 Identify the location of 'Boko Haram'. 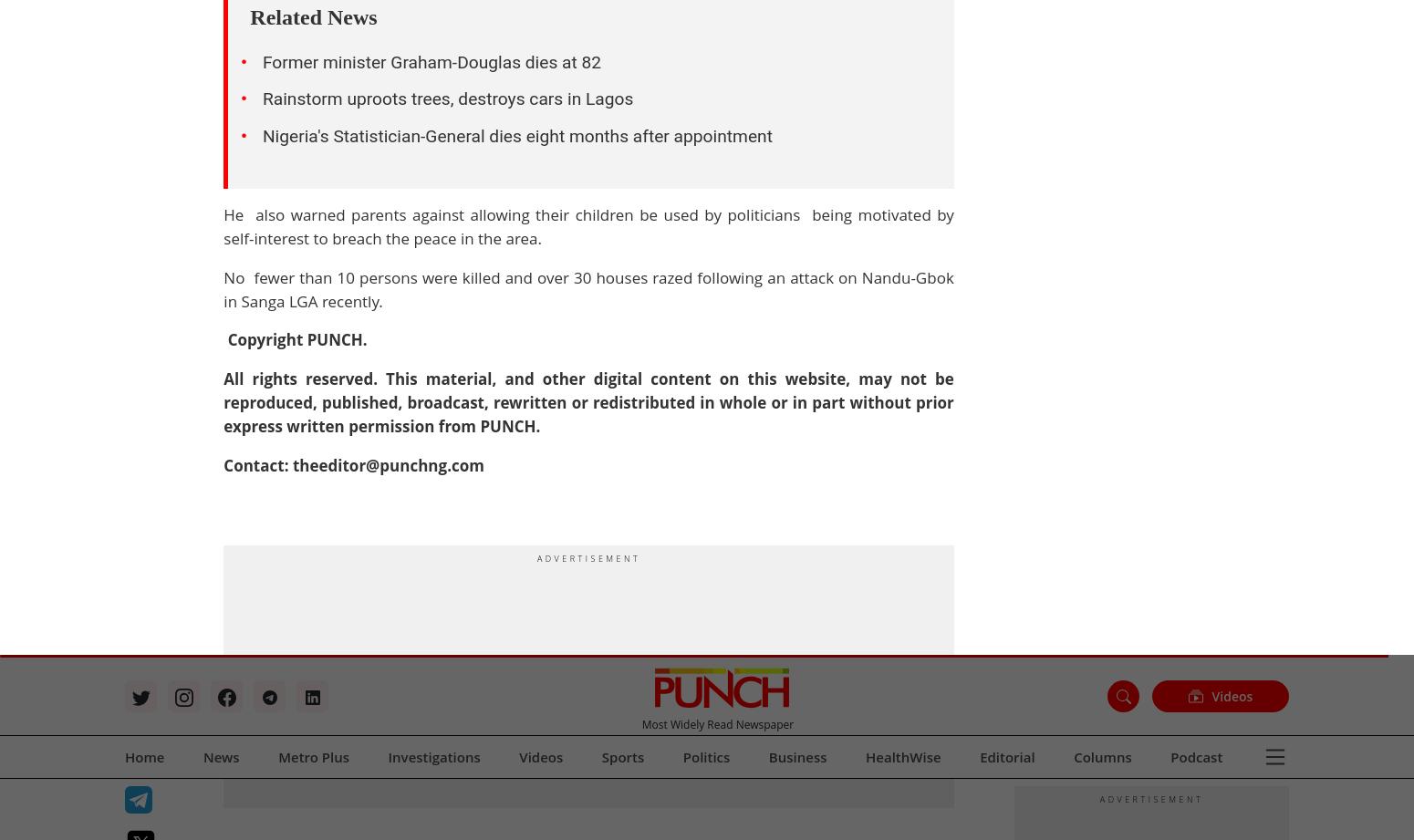
(436, 61).